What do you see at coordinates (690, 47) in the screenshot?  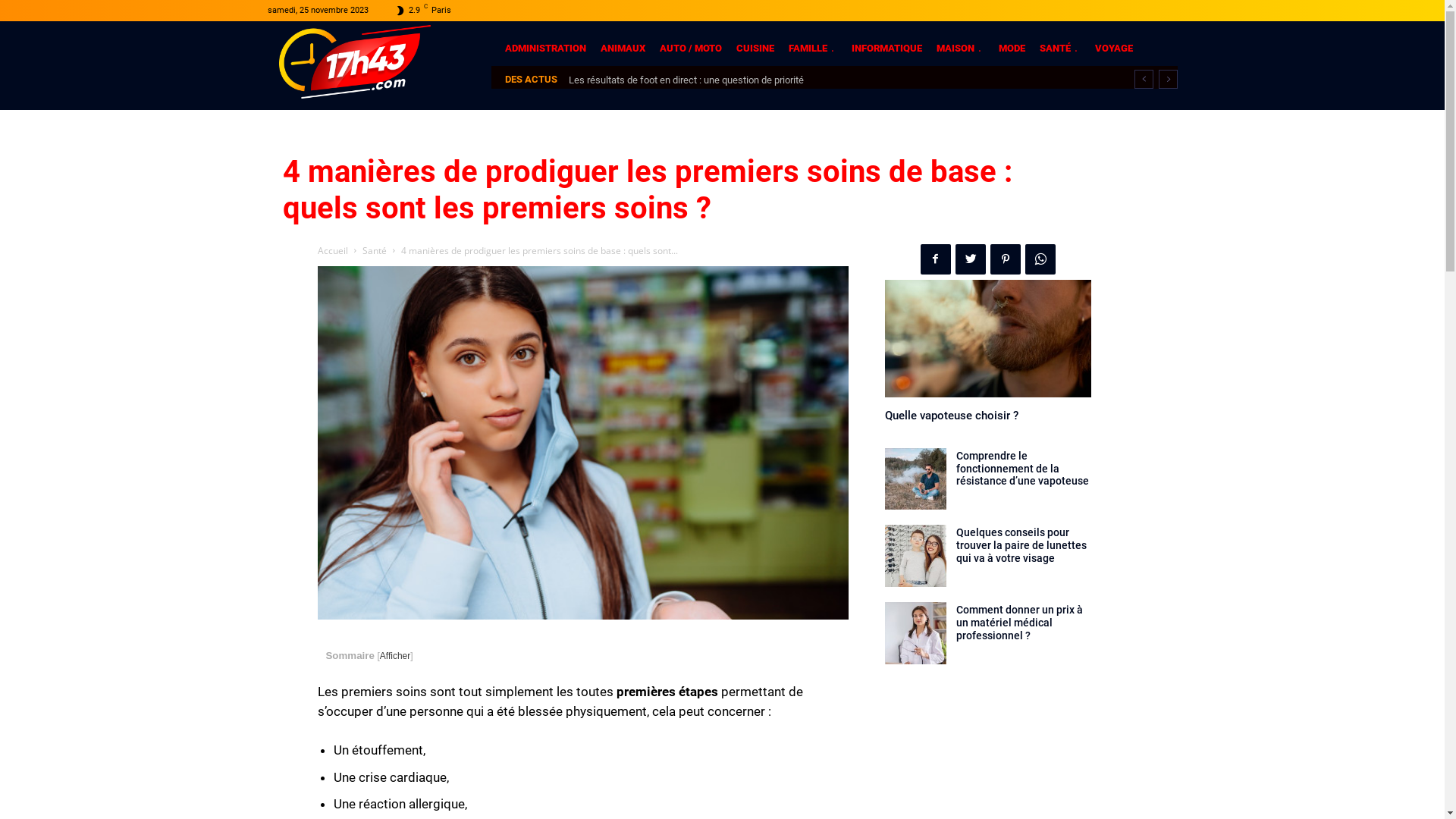 I see `'AUTO / MOTO'` at bounding box center [690, 47].